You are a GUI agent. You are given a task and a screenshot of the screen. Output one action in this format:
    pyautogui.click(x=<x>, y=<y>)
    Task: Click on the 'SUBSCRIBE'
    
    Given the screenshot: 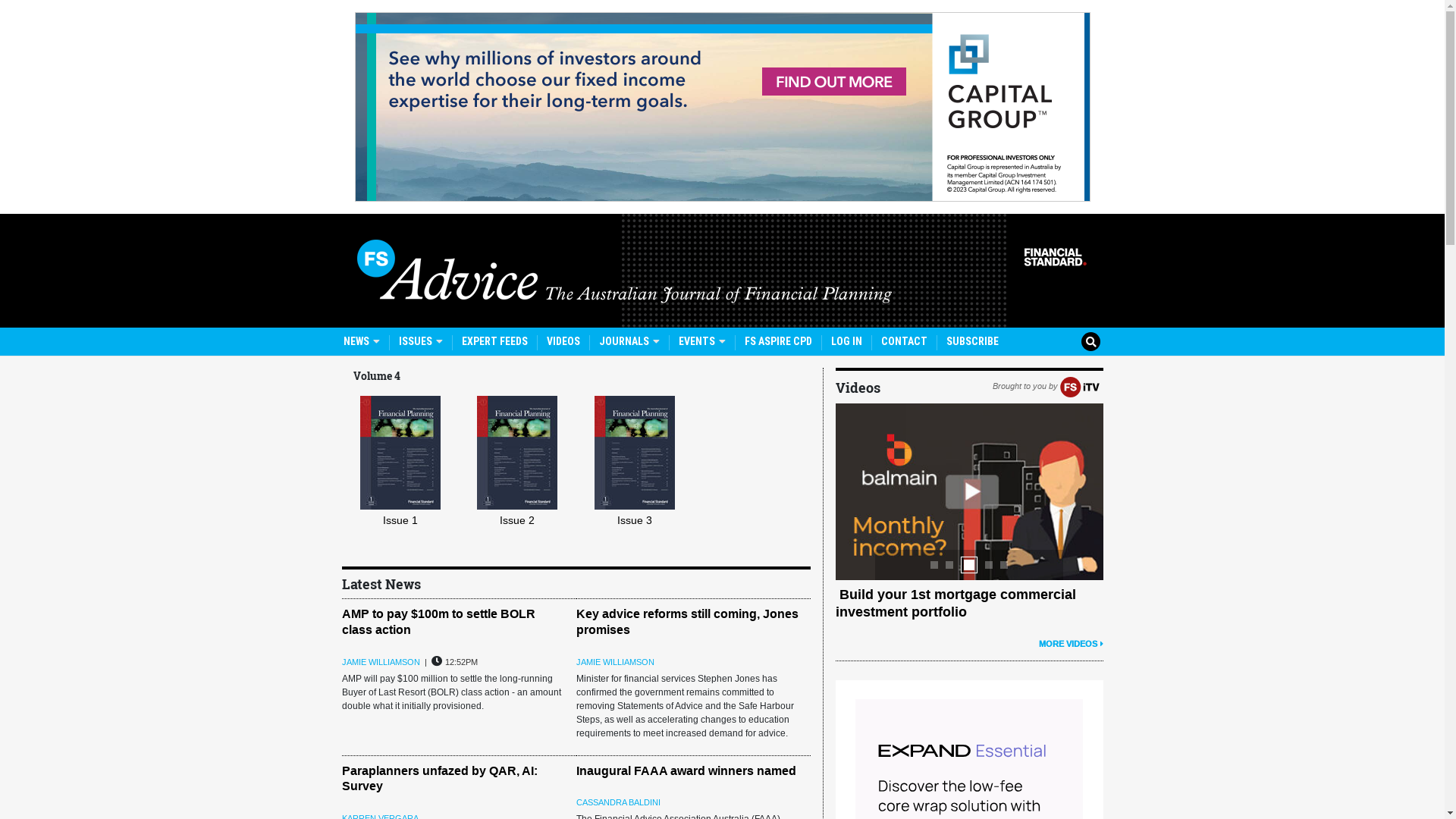 What is the action you would take?
    pyautogui.click(x=946, y=341)
    